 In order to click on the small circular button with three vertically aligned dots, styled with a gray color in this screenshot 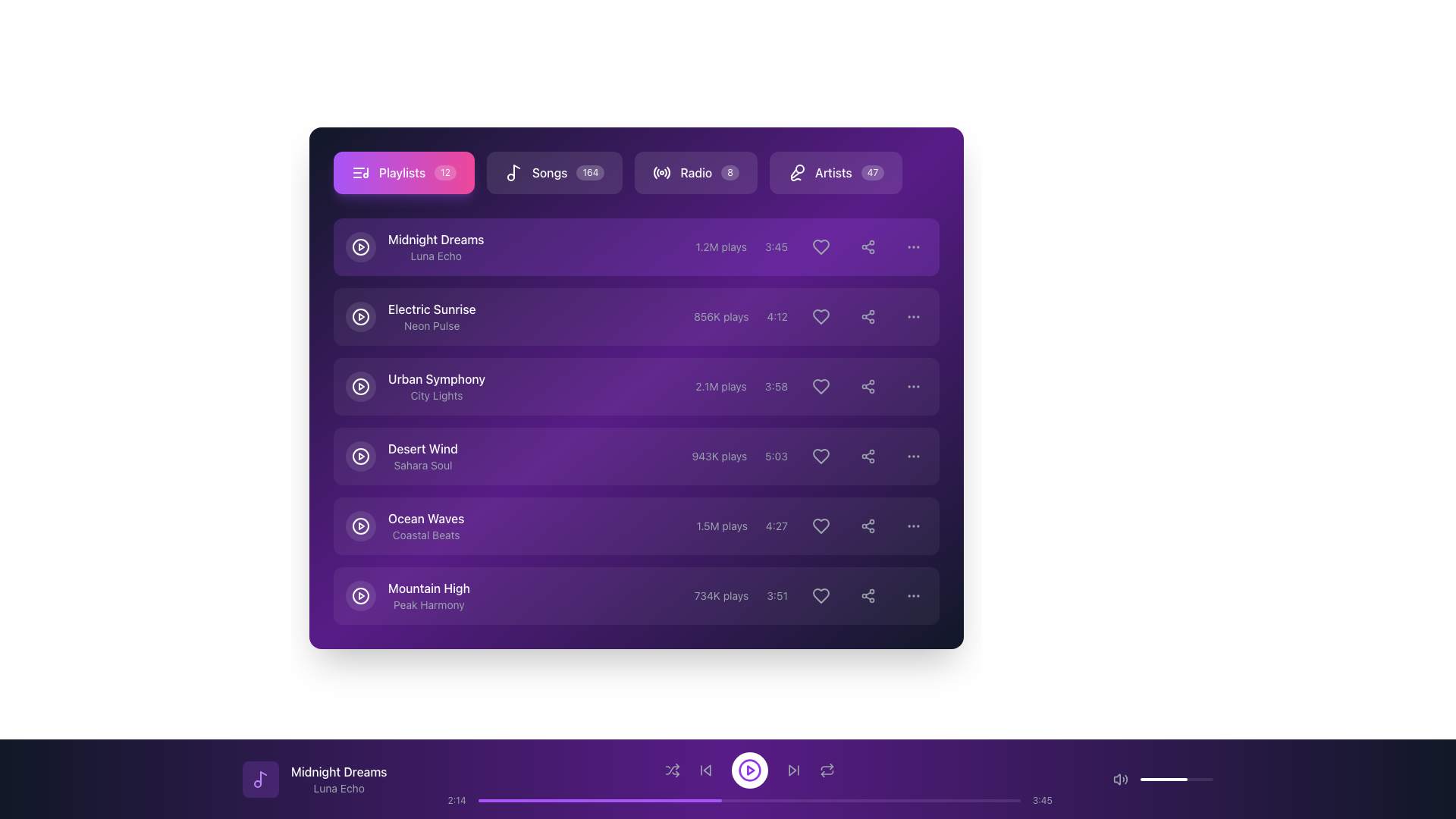, I will do `click(912, 315)`.